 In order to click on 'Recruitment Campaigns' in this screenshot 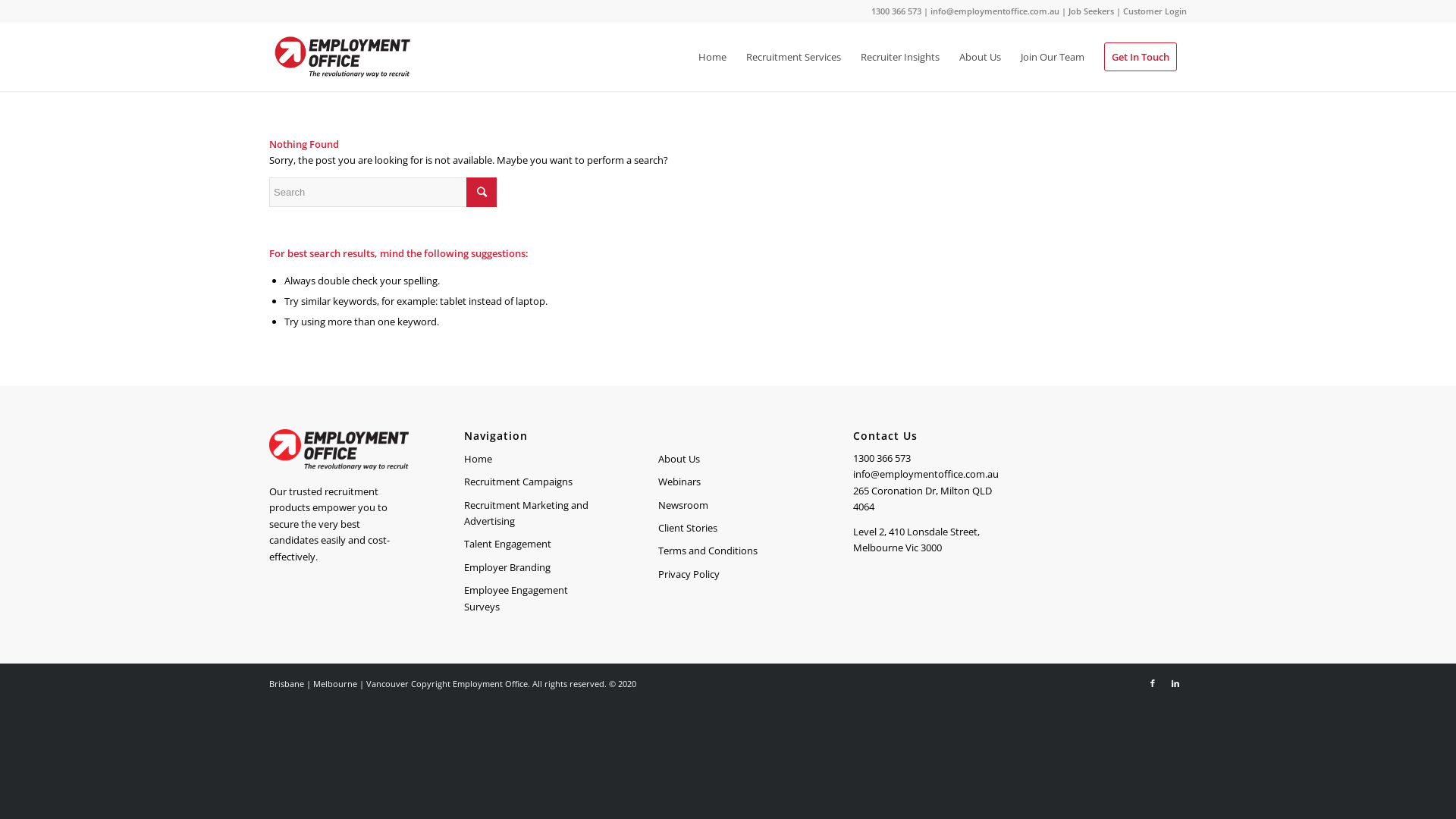, I will do `click(534, 482)`.